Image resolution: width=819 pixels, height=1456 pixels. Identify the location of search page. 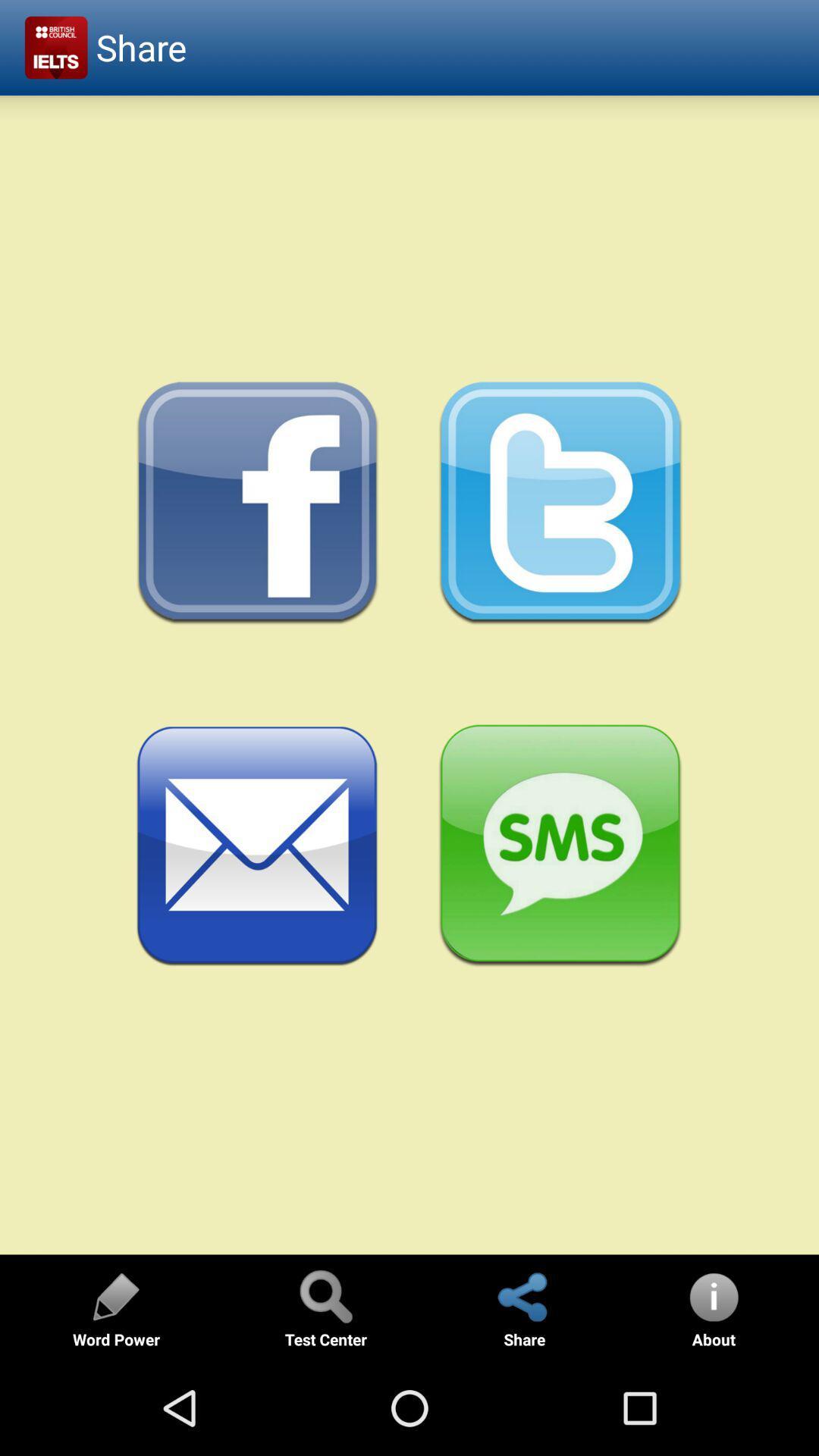
(325, 1295).